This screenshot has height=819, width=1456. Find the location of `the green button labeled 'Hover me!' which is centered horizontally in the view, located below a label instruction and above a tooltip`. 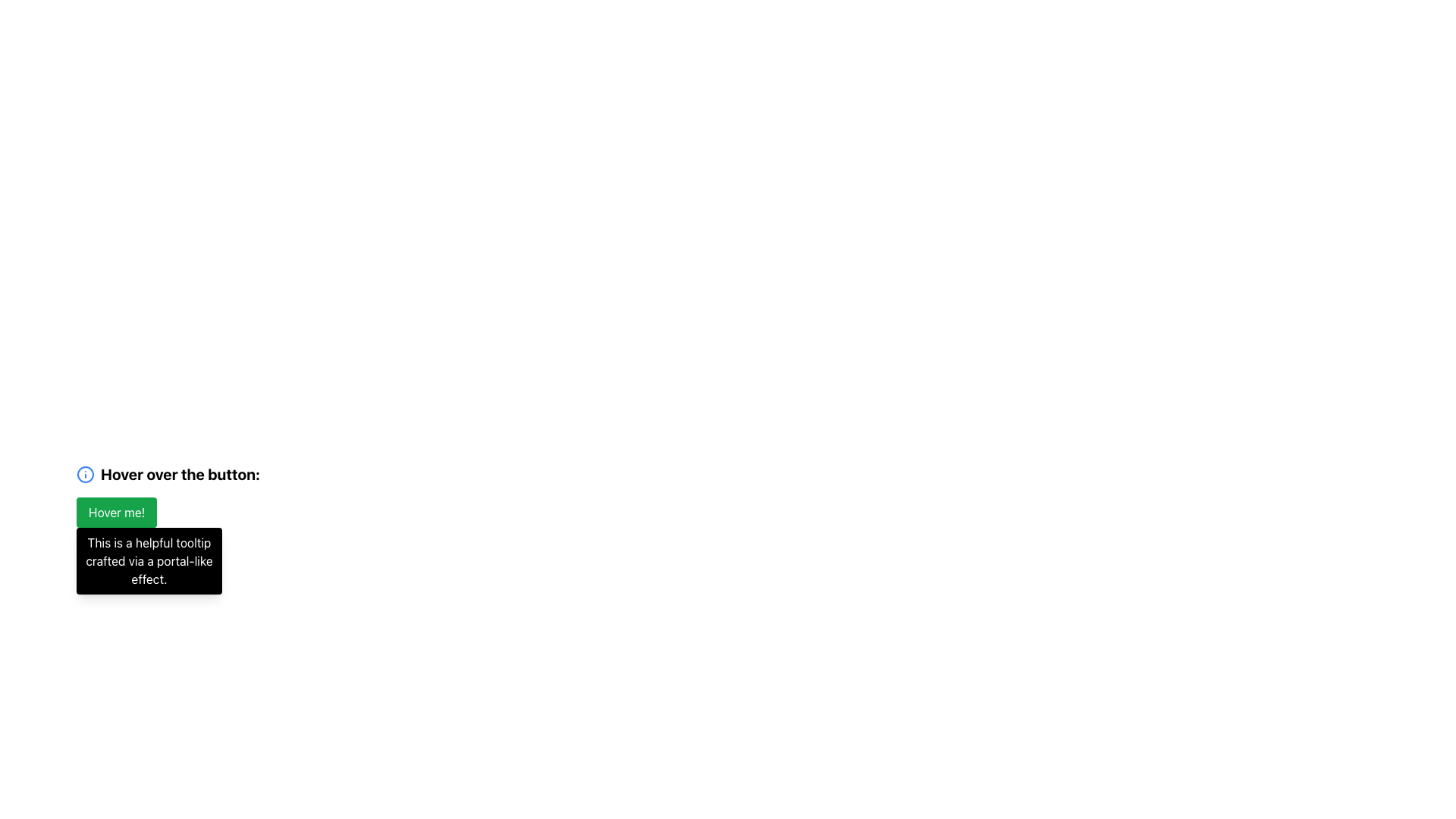

the green button labeled 'Hover me!' which is centered horizontally in the view, located below a label instruction and above a tooltip is located at coordinates (116, 512).